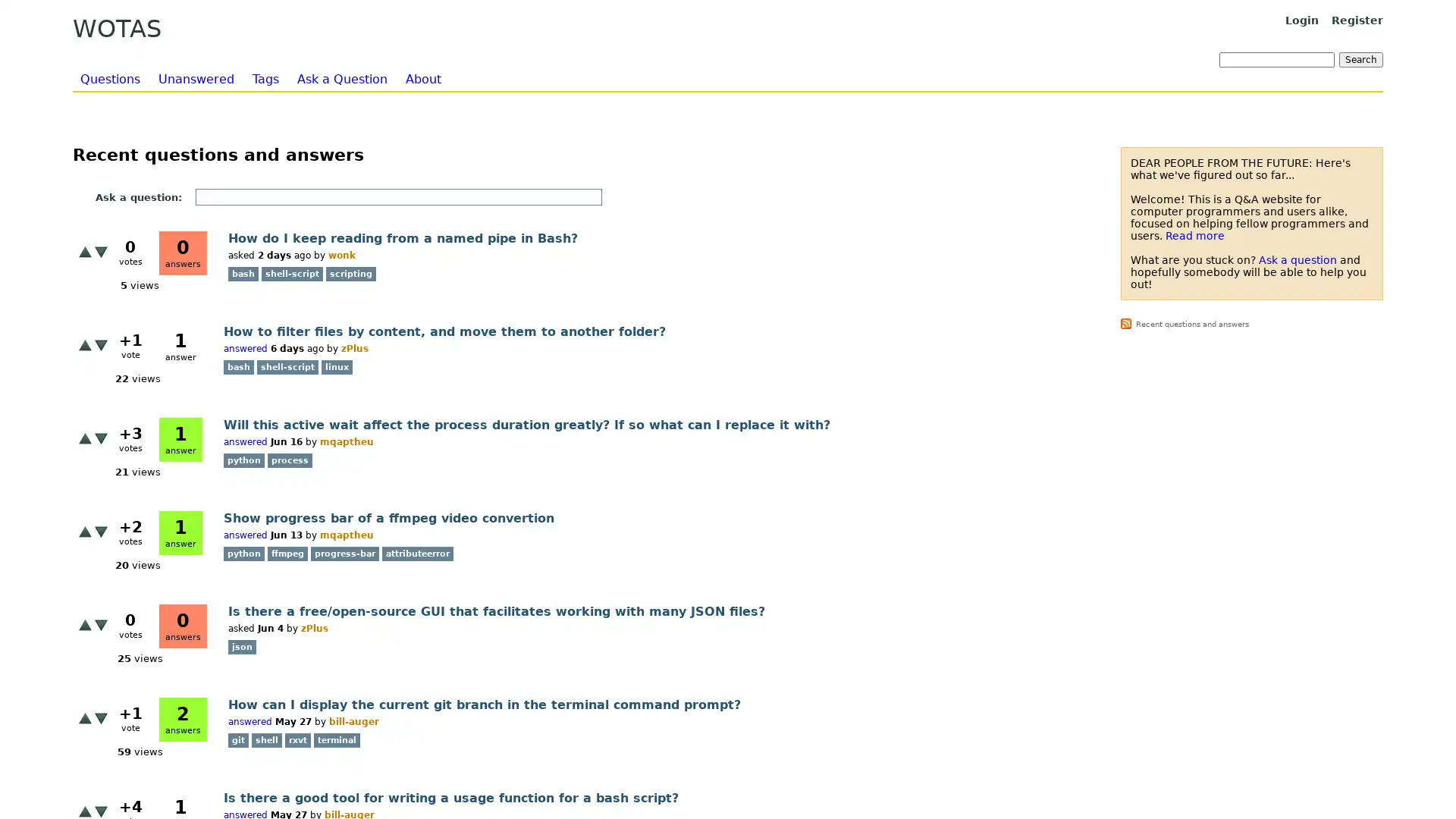  What do you see at coordinates (84, 345) in the screenshot?
I see `+` at bounding box center [84, 345].